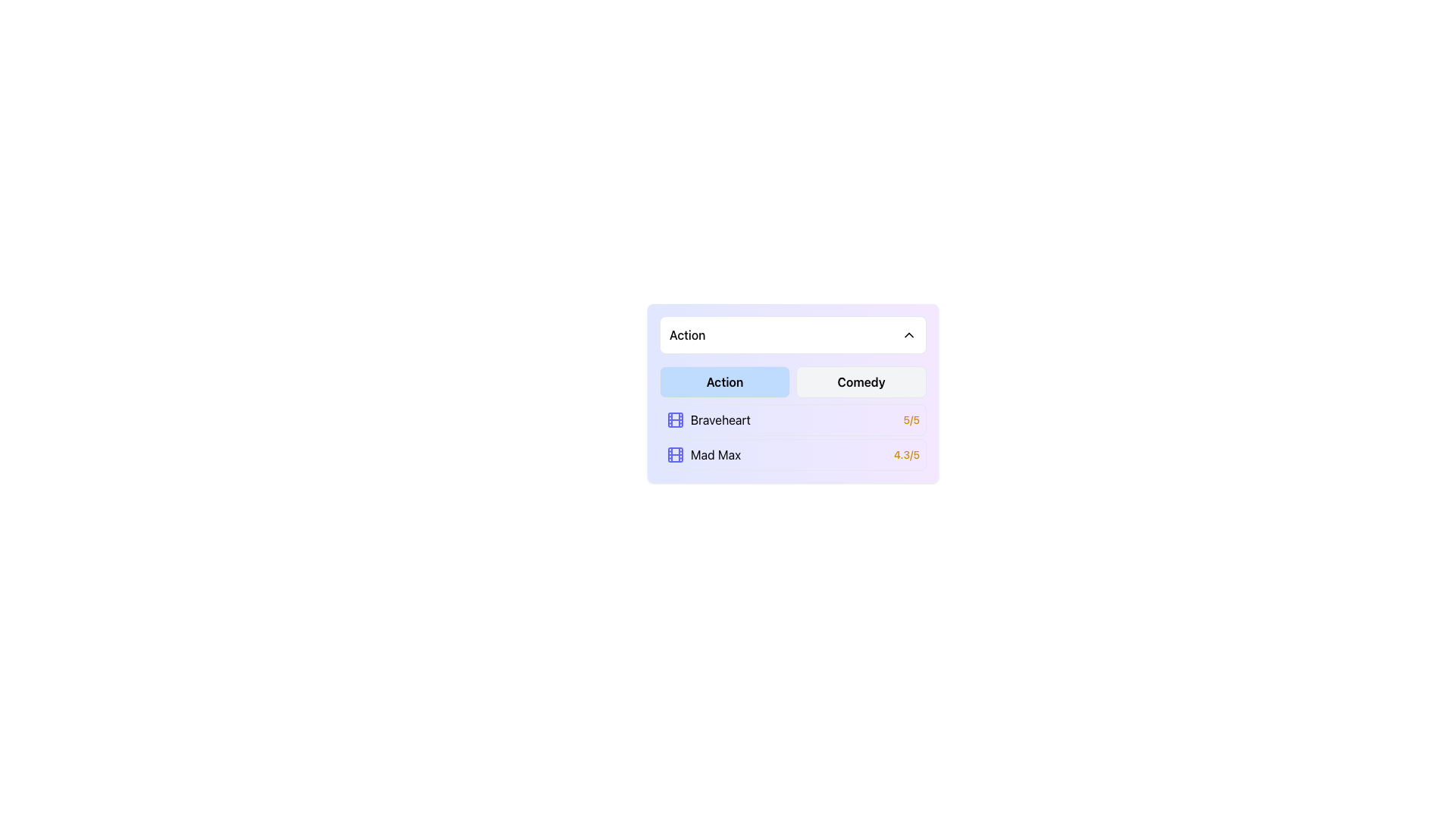 The image size is (1456, 819). What do you see at coordinates (702, 454) in the screenshot?
I see `the text label displaying the title 'Mad Max'` at bounding box center [702, 454].